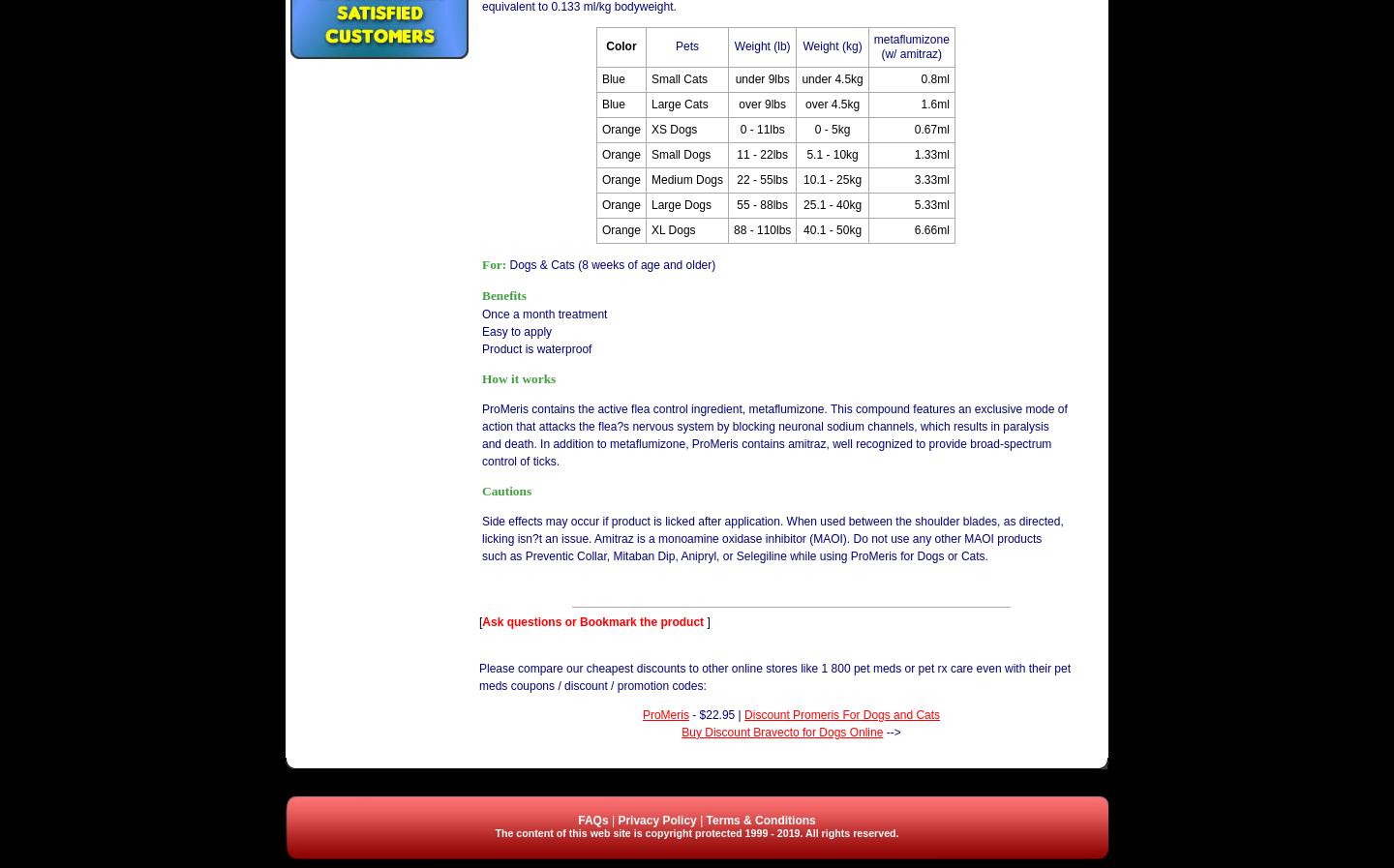 This screenshot has width=1394, height=868. I want to click on 'Privacy Policy', so click(656, 820).